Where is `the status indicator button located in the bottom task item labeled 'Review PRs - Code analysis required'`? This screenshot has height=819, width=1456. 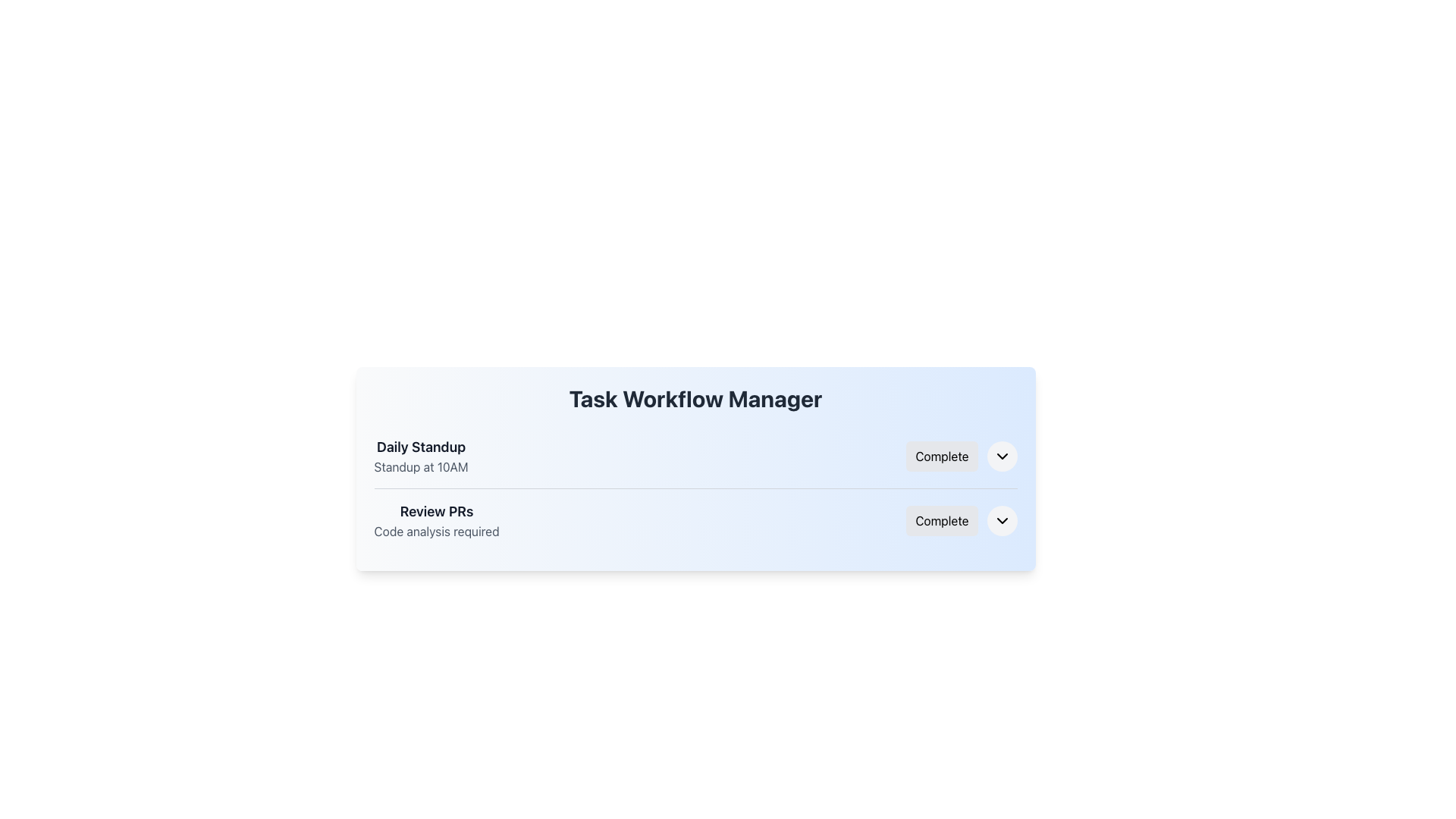
the status indicator button located in the bottom task item labeled 'Review PRs - Code analysis required' is located at coordinates (941, 519).